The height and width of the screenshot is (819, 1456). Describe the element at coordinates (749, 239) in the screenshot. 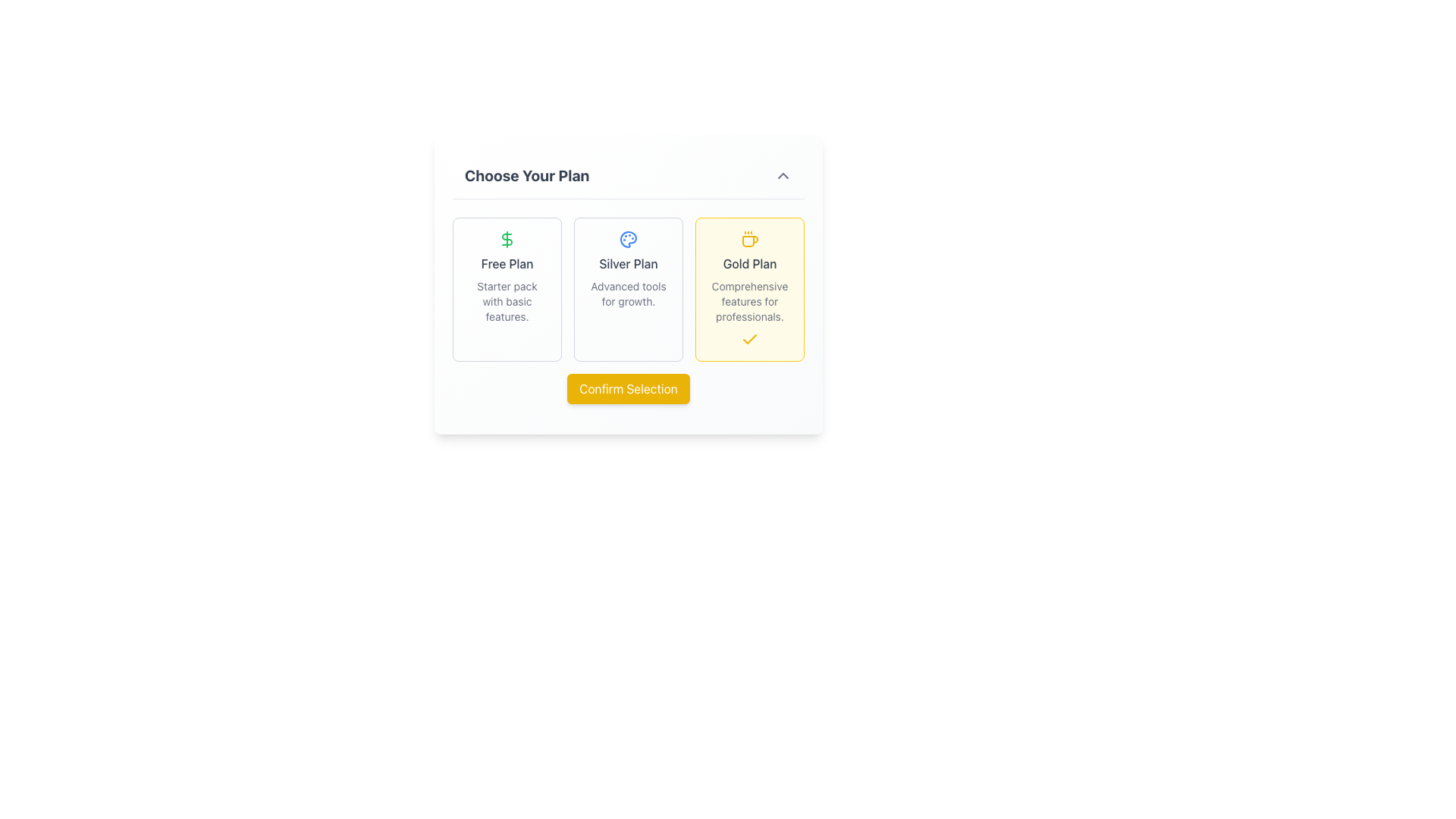

I see `the yellowish coffee mug icon representing the 'Gold Plan' located in the top center of the 'Gold Plan' selection area` at that location.